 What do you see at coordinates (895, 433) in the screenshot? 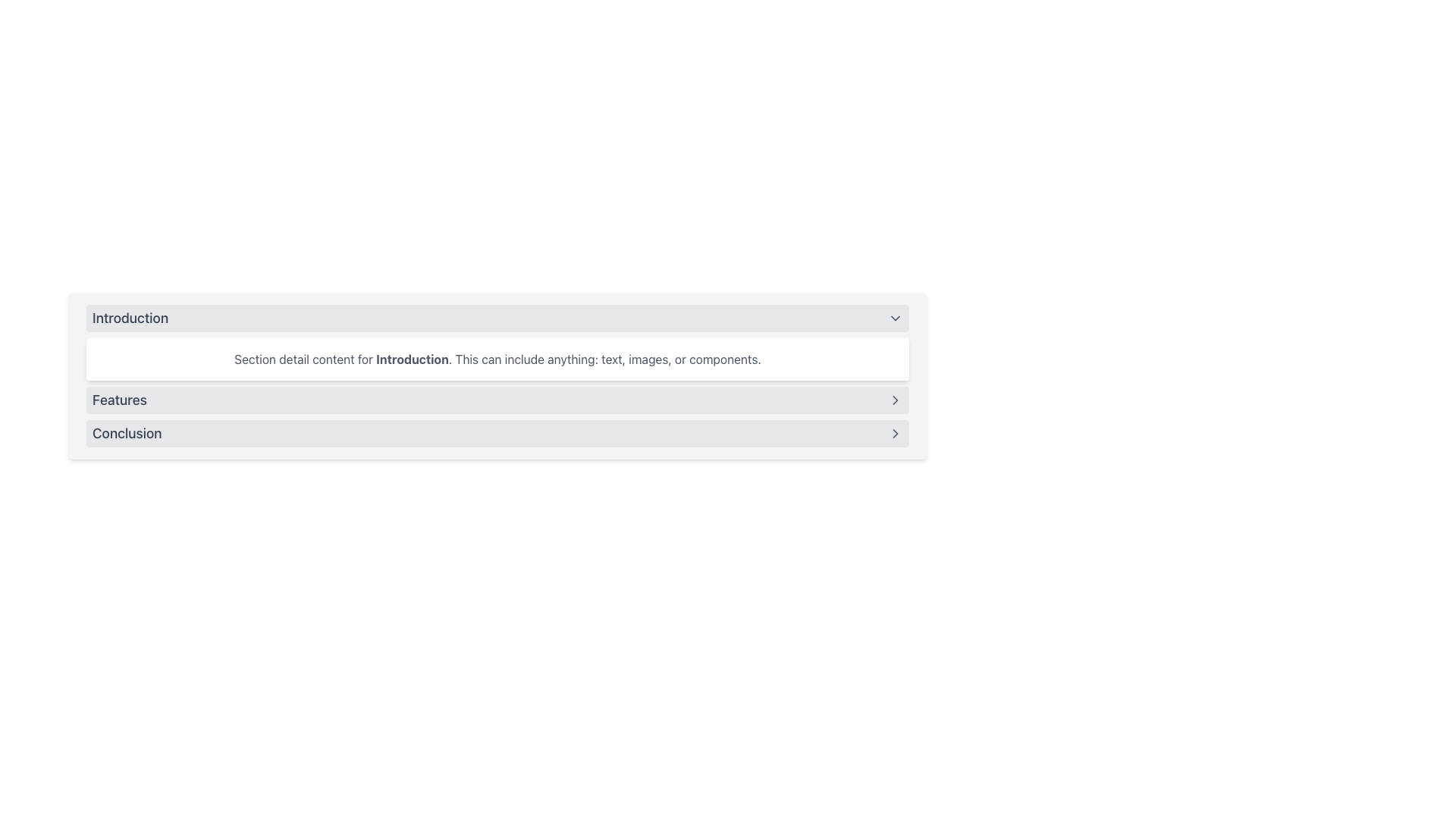
I see `the right-pointing chevron icon located next to the 'Conclusion' header` at bounding box center [895, 433].